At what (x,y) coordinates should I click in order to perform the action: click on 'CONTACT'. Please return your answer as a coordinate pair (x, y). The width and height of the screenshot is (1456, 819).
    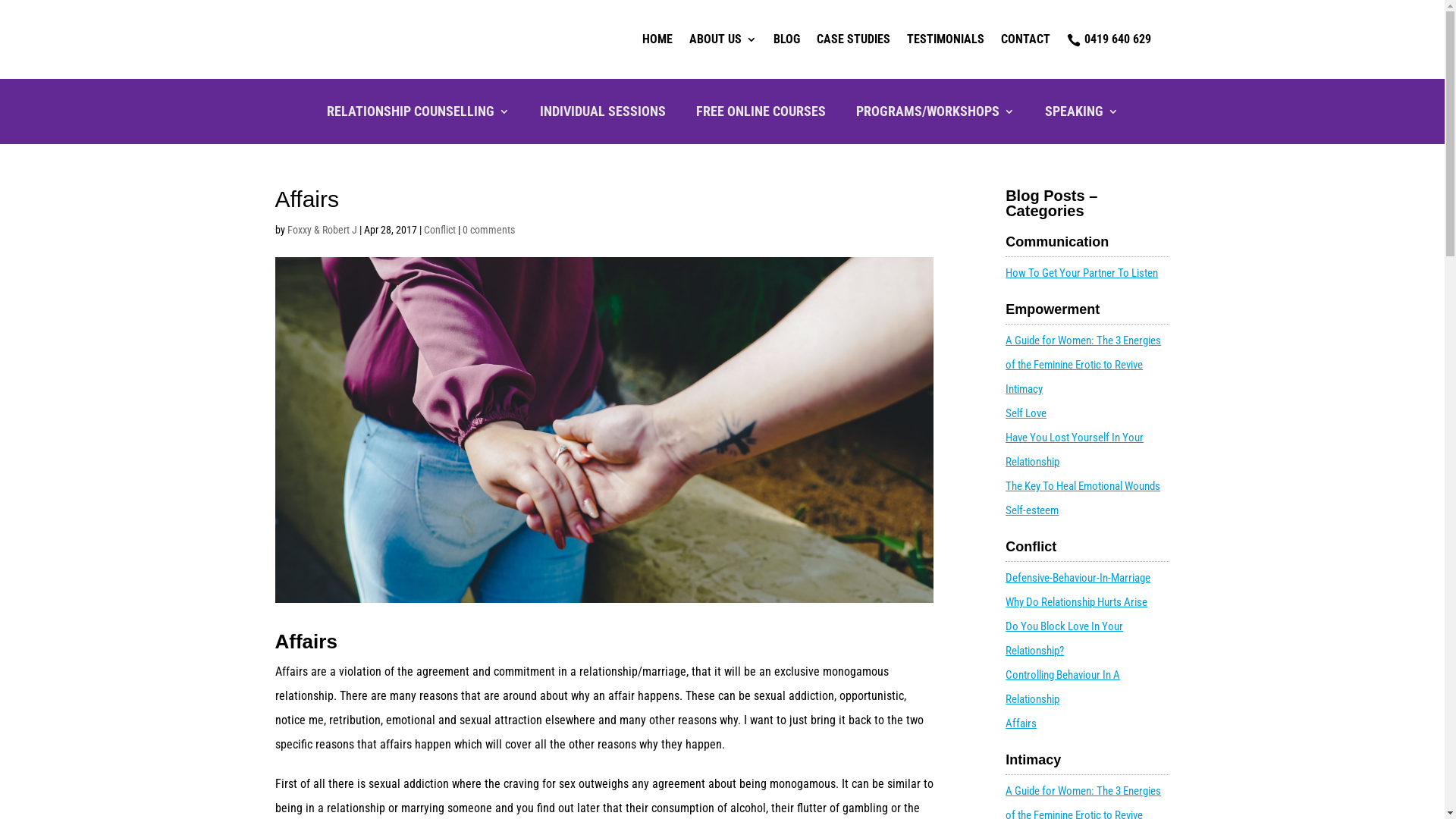
    Looking at the image, I should click on (1025, 38).